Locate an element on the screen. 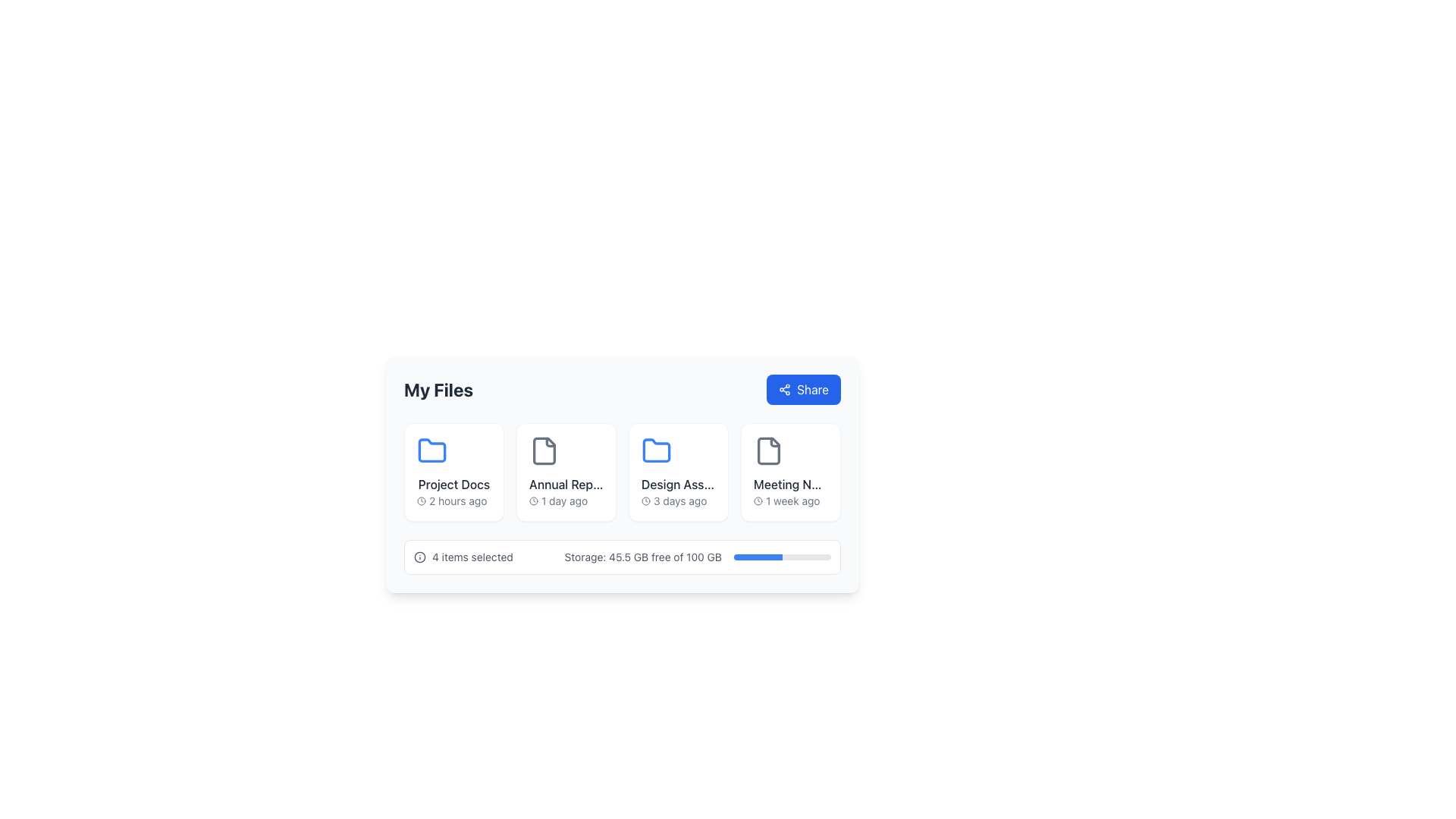 The image size is (1456, 819). the circular component of the clock icon, which is centrally located within the icon near the 'Annual Report' file's timestamp of '1 day ago' is located at coordinates (534, 500).